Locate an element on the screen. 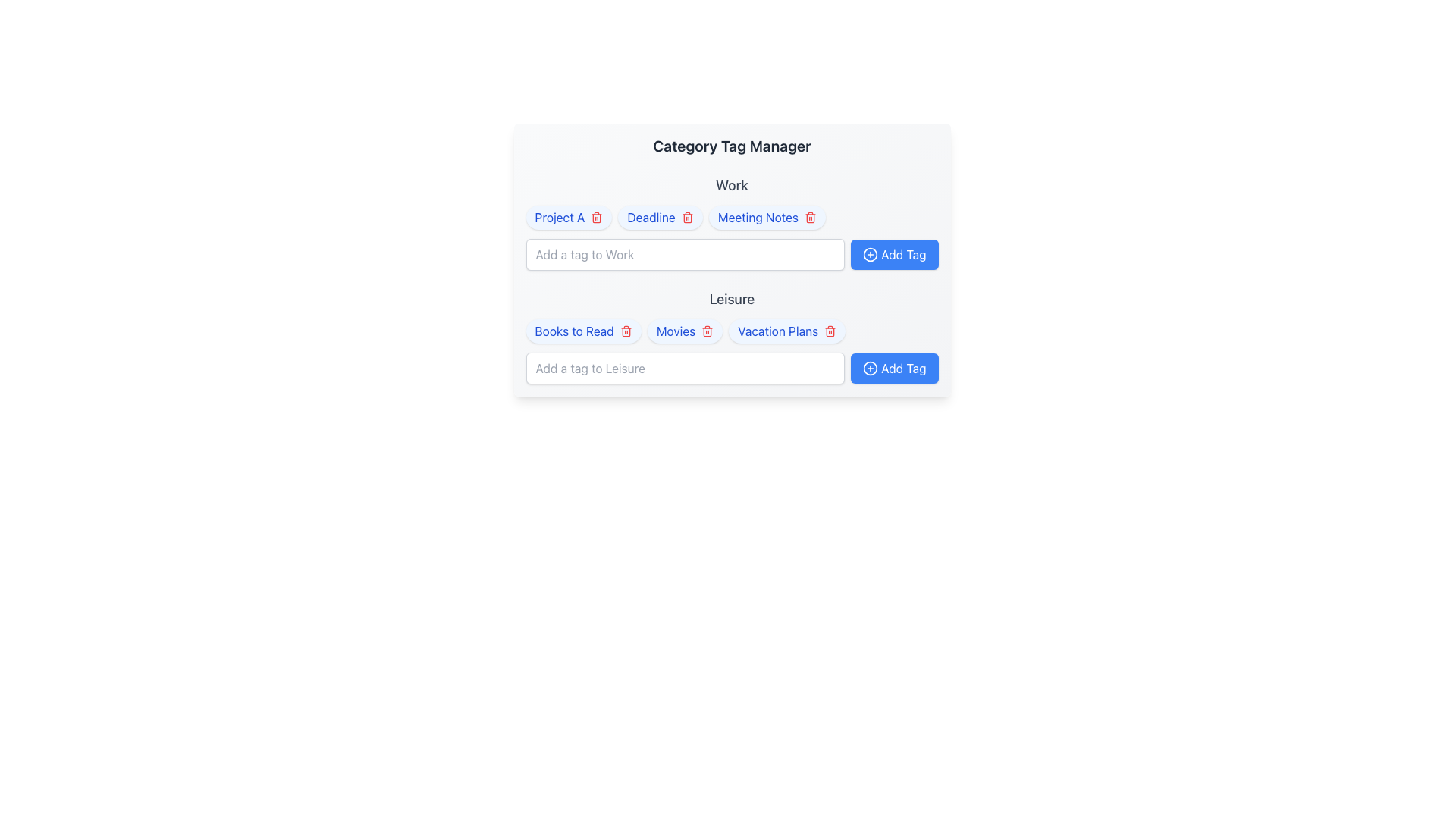  the text label displaying 'Project A' within the 'Work' group of tags in the 'Category Tag Manager' interface is located at coordinates (559, 217).